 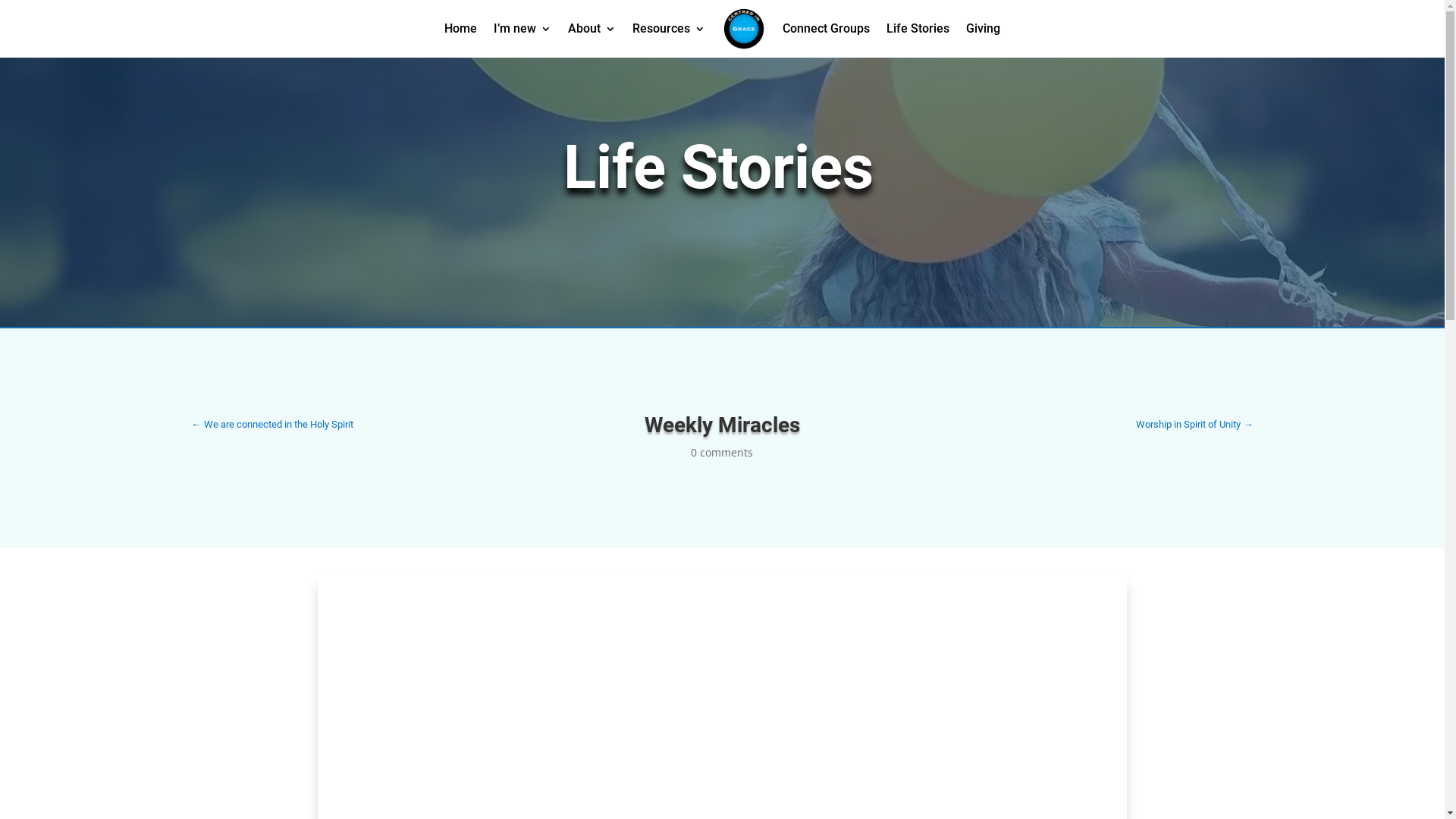 I want to click on 'Connect Groups', so click(x=783, y=29).